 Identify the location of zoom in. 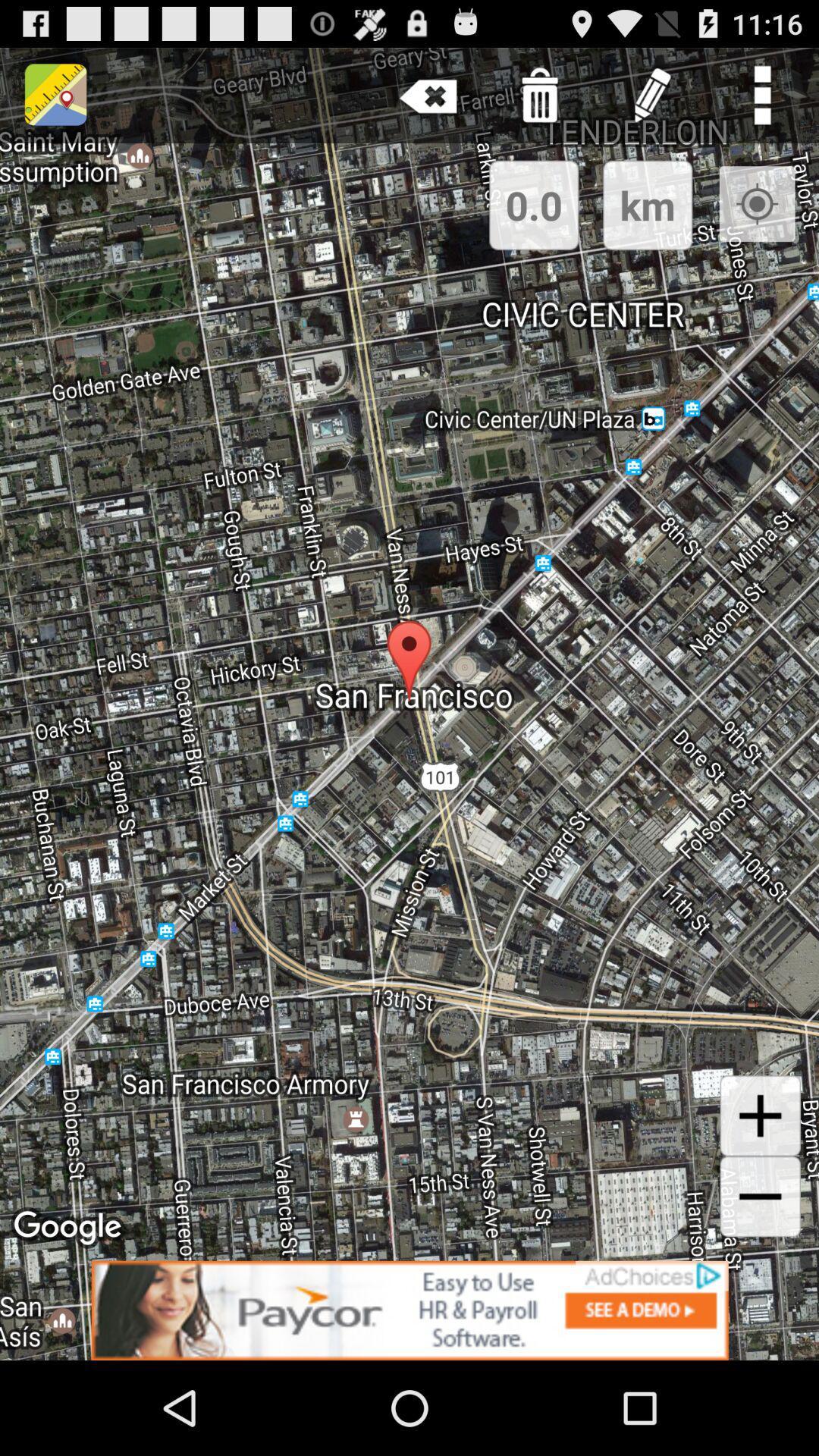
(760, 1116).